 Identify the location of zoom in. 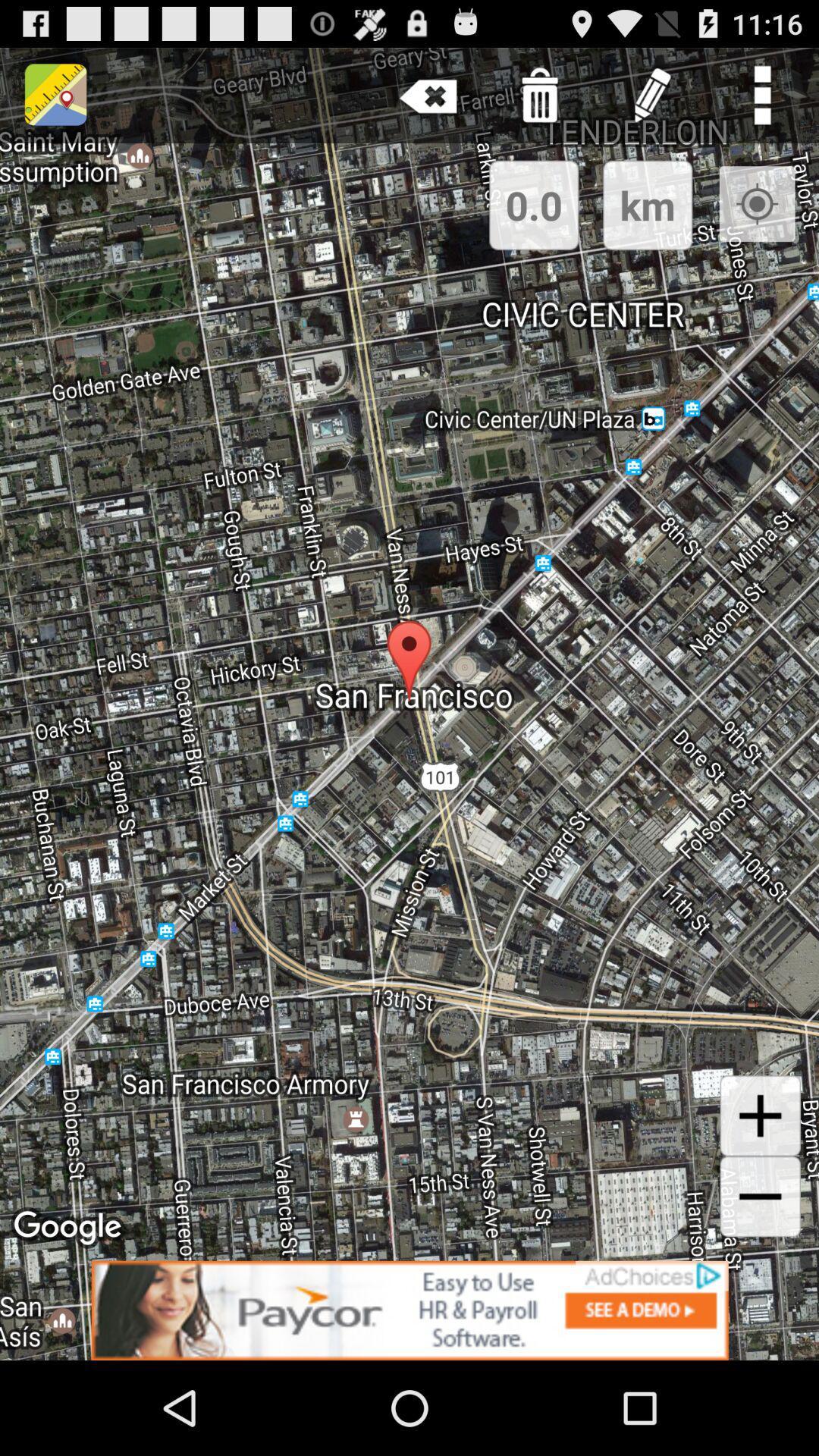
(760, 1116).